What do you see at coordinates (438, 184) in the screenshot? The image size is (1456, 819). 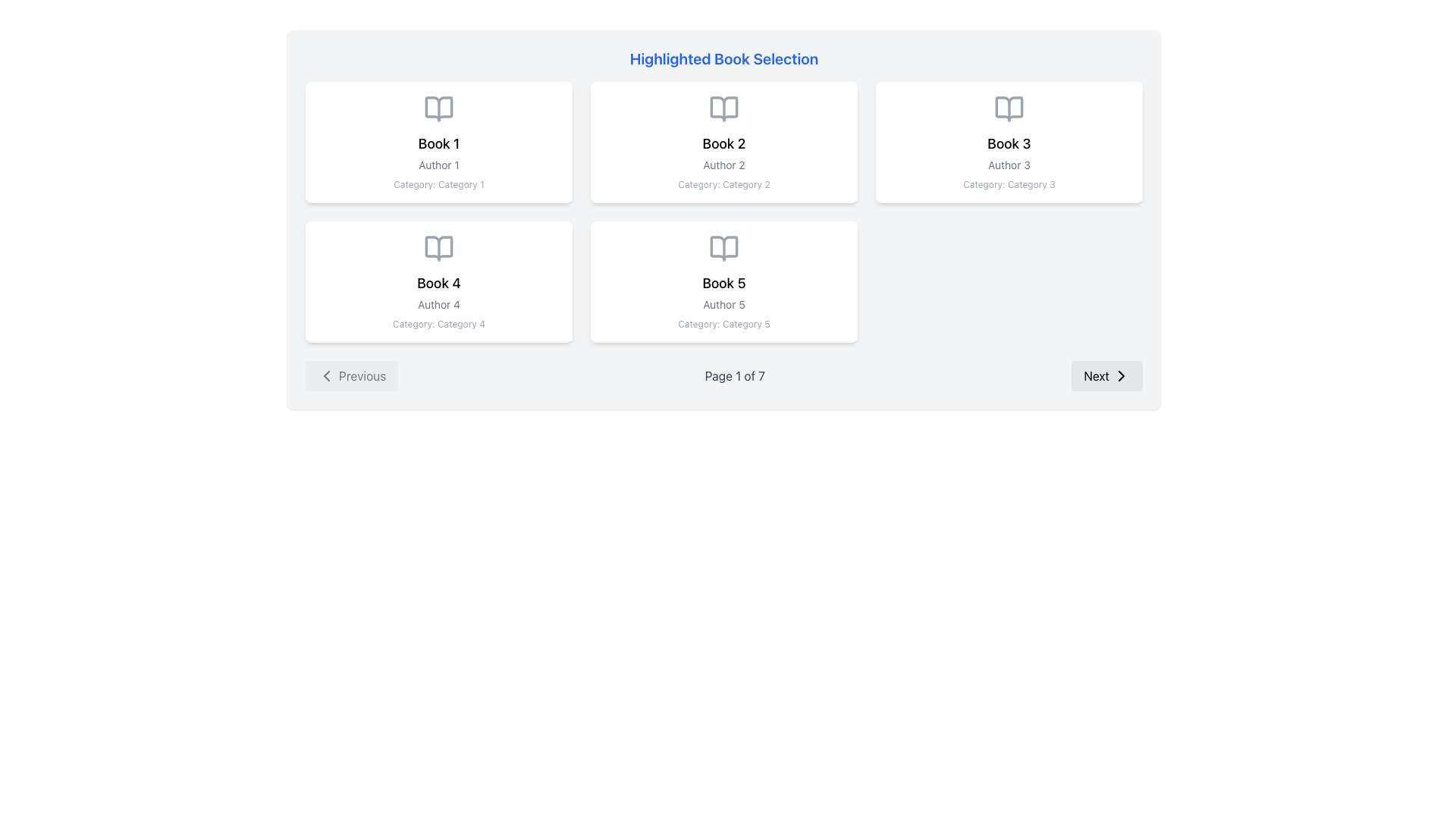 I see `the Text Label located below the 'Book 1' and 'Author 1' text elements, which serves as a categorical label for the associated book entry` at bounding box center [438, 184].